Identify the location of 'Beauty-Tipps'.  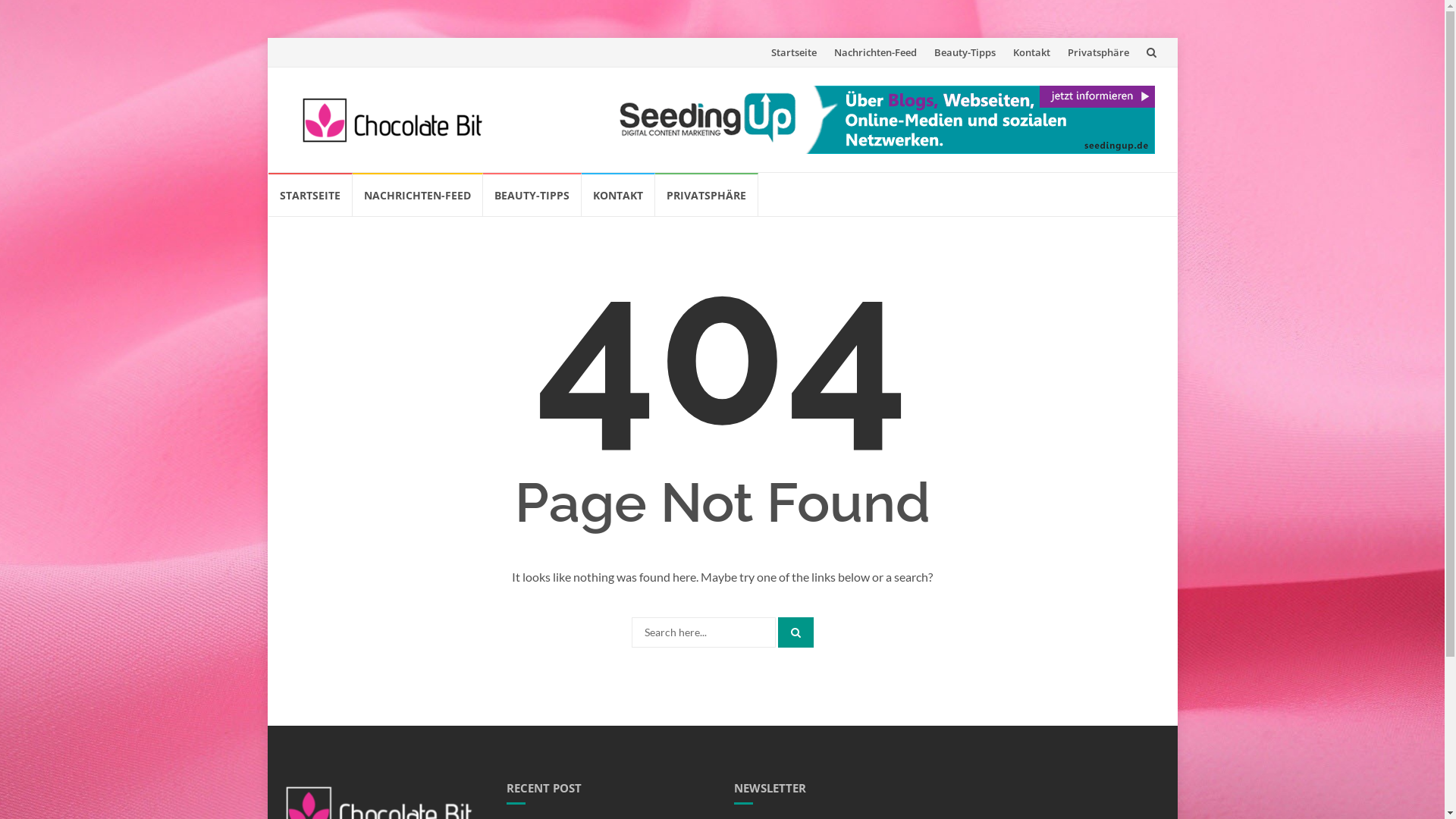
(964, 52).